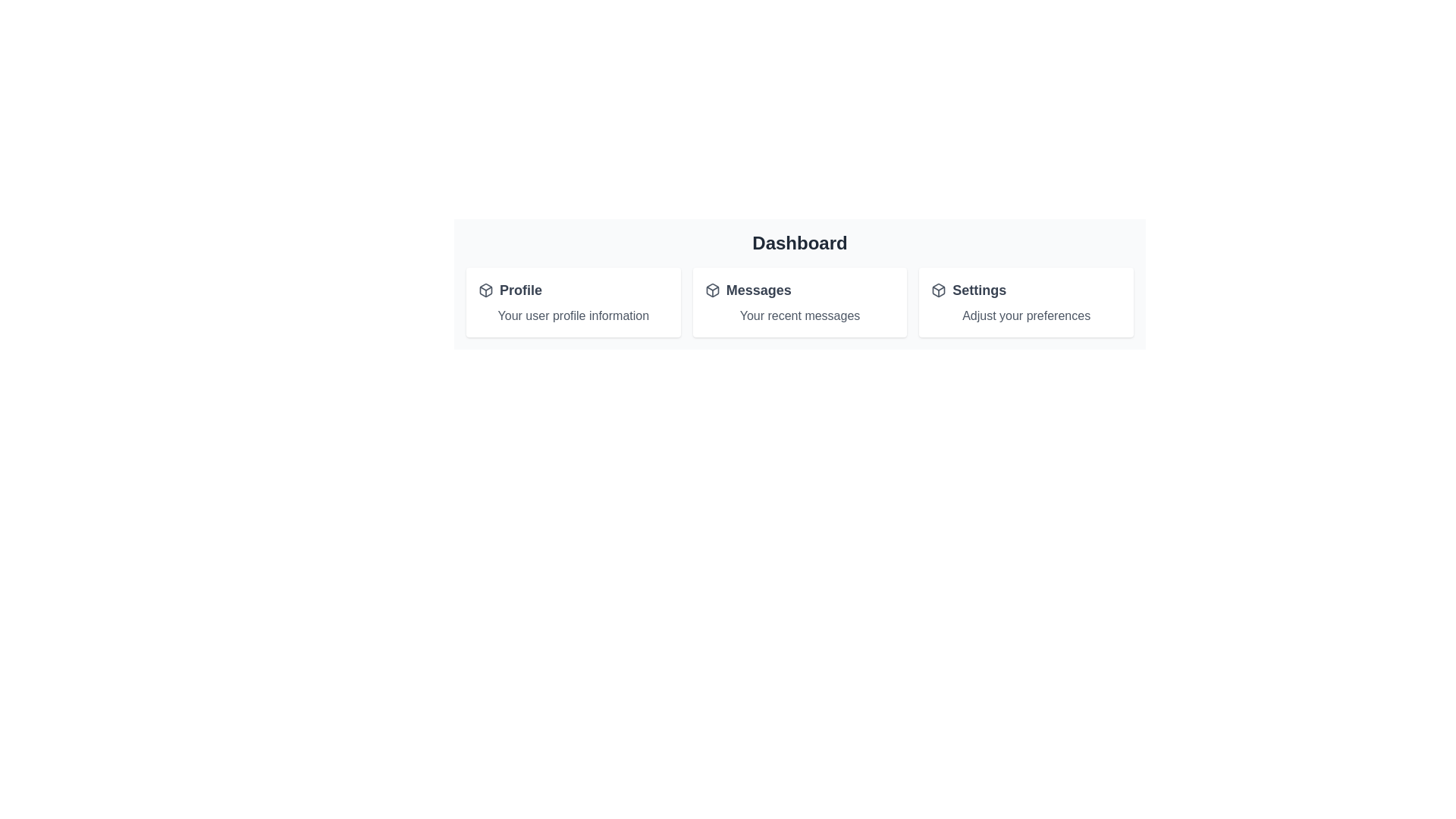 This screenshot has height=819, width=1456. Describe the element at coordinates (486, 290) in the screenshot. I see `the main part of the 'Profile' icon located at the top section of the card, which is represented by a stylized box structure` at that location.